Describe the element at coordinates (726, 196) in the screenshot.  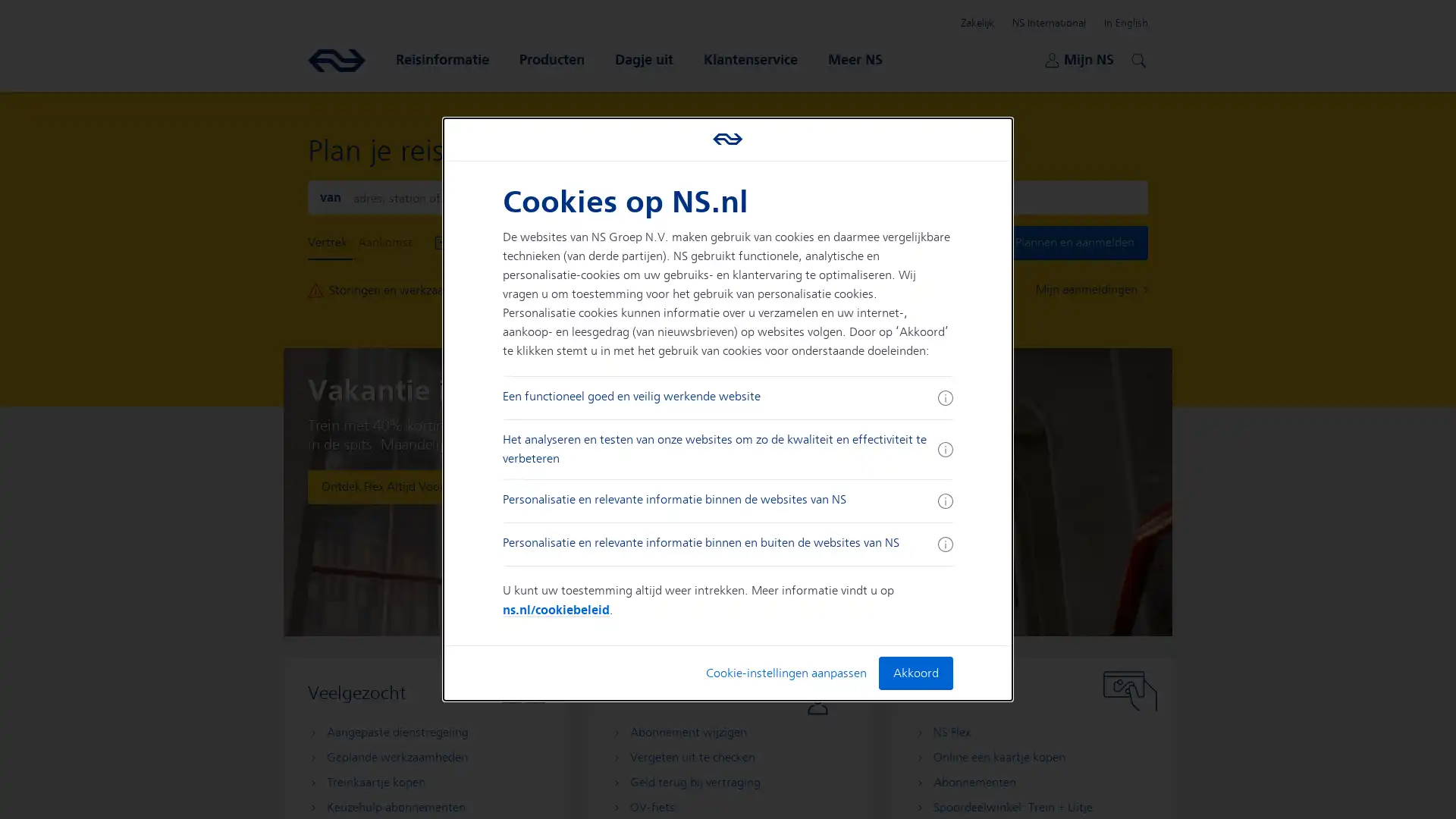
I see `Wissel aankomst en vertrek locaties om` at that location.